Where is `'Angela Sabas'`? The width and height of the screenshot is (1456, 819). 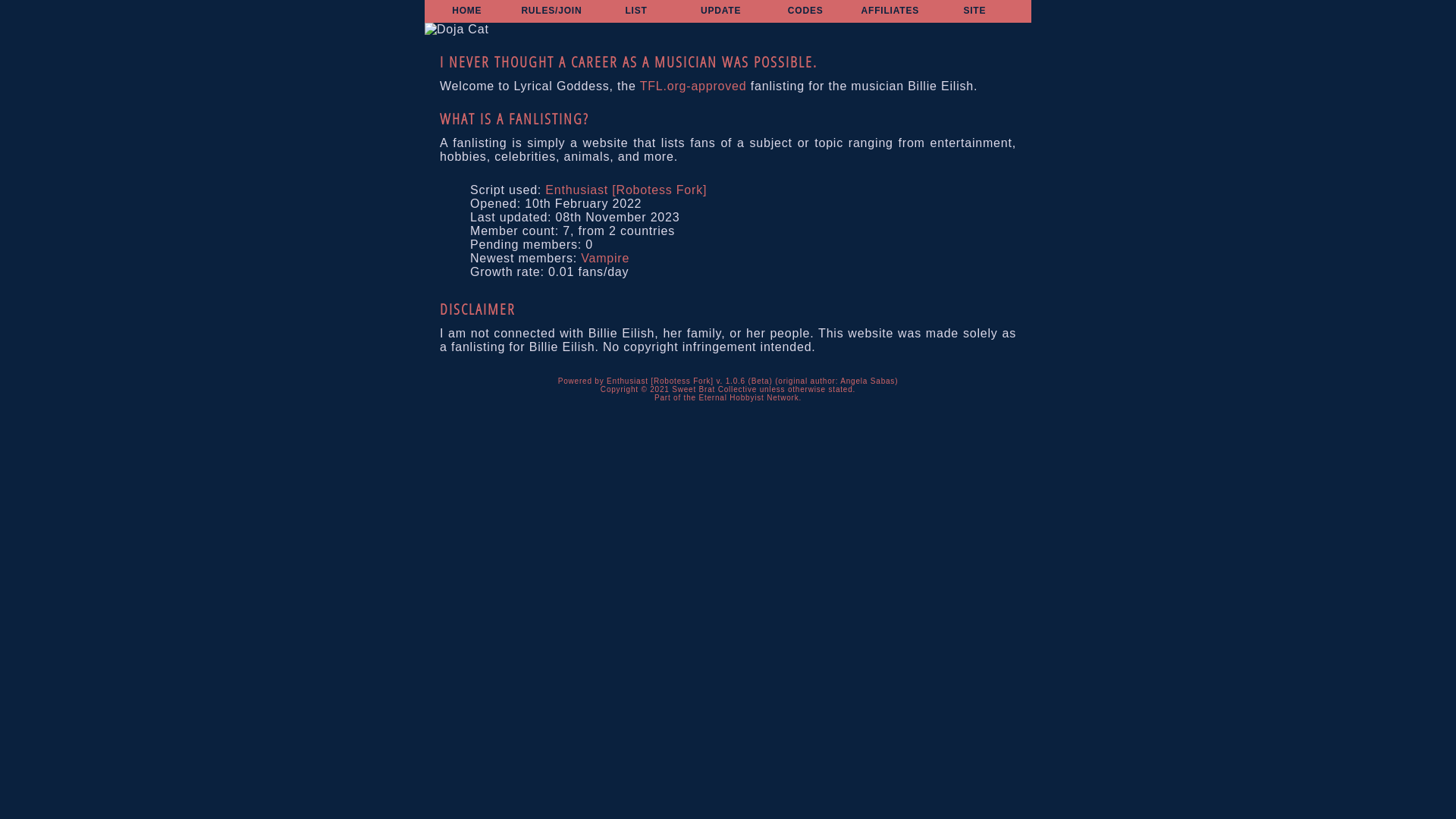
'Angela Sabas' is located at coordinates (867, 380).